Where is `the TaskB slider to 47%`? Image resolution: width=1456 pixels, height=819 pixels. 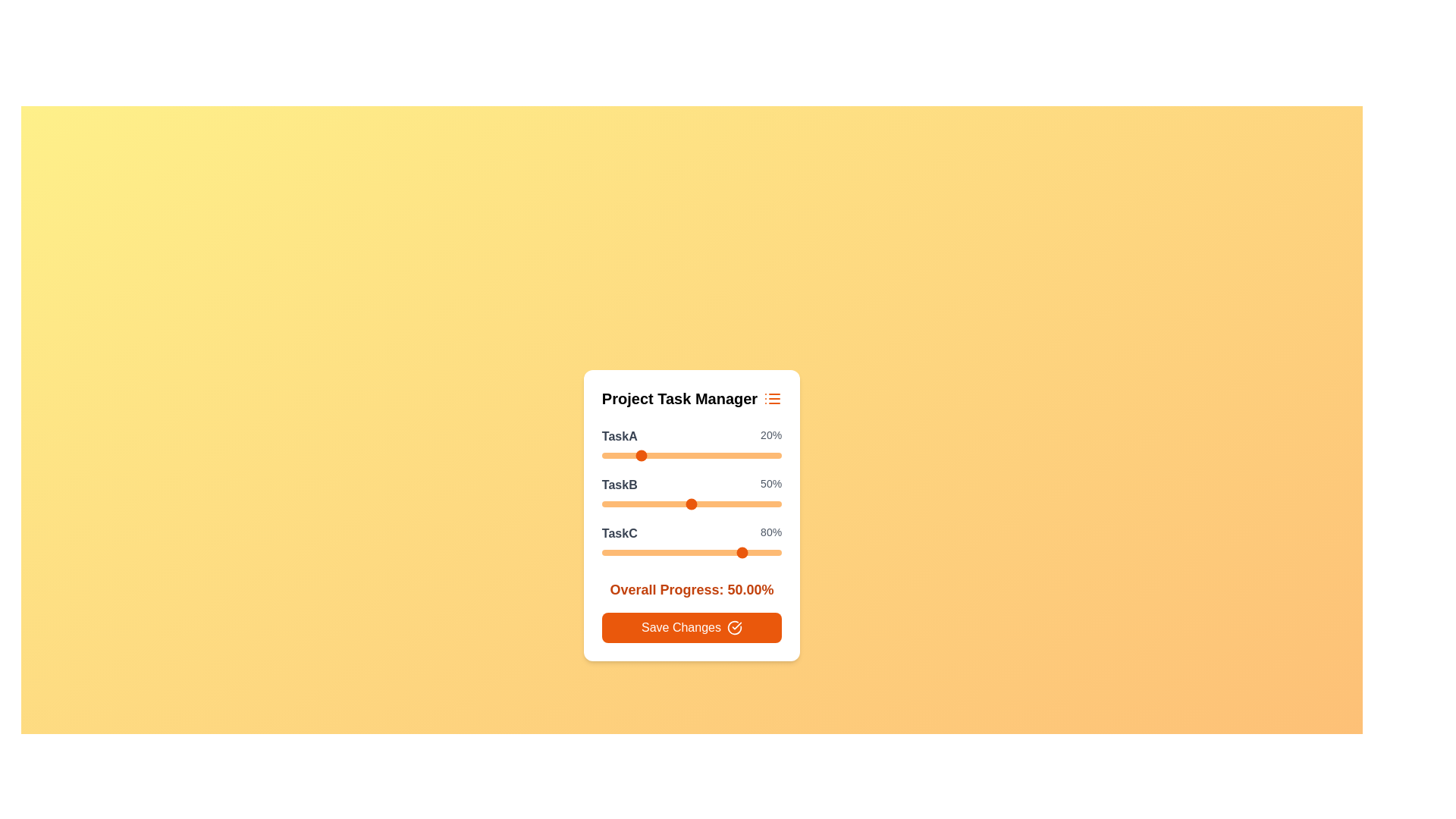 the TaskB slider to 47% is located at coordinates (686, 504).